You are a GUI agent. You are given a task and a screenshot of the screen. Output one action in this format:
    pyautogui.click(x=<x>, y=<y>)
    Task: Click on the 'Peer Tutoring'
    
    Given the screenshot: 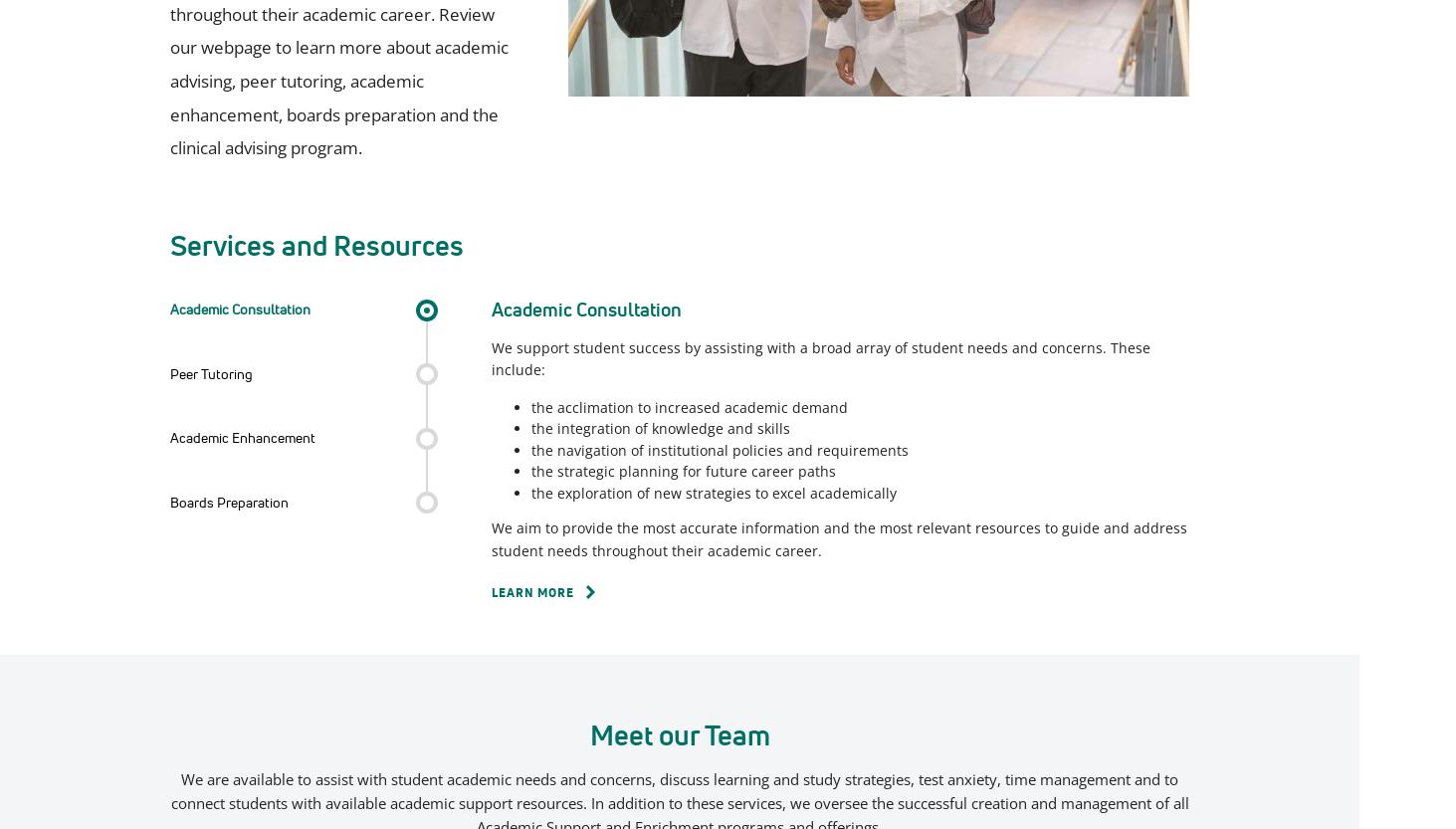 What is the action you would take?
    pyautogui.click(x=210, y=373)
    